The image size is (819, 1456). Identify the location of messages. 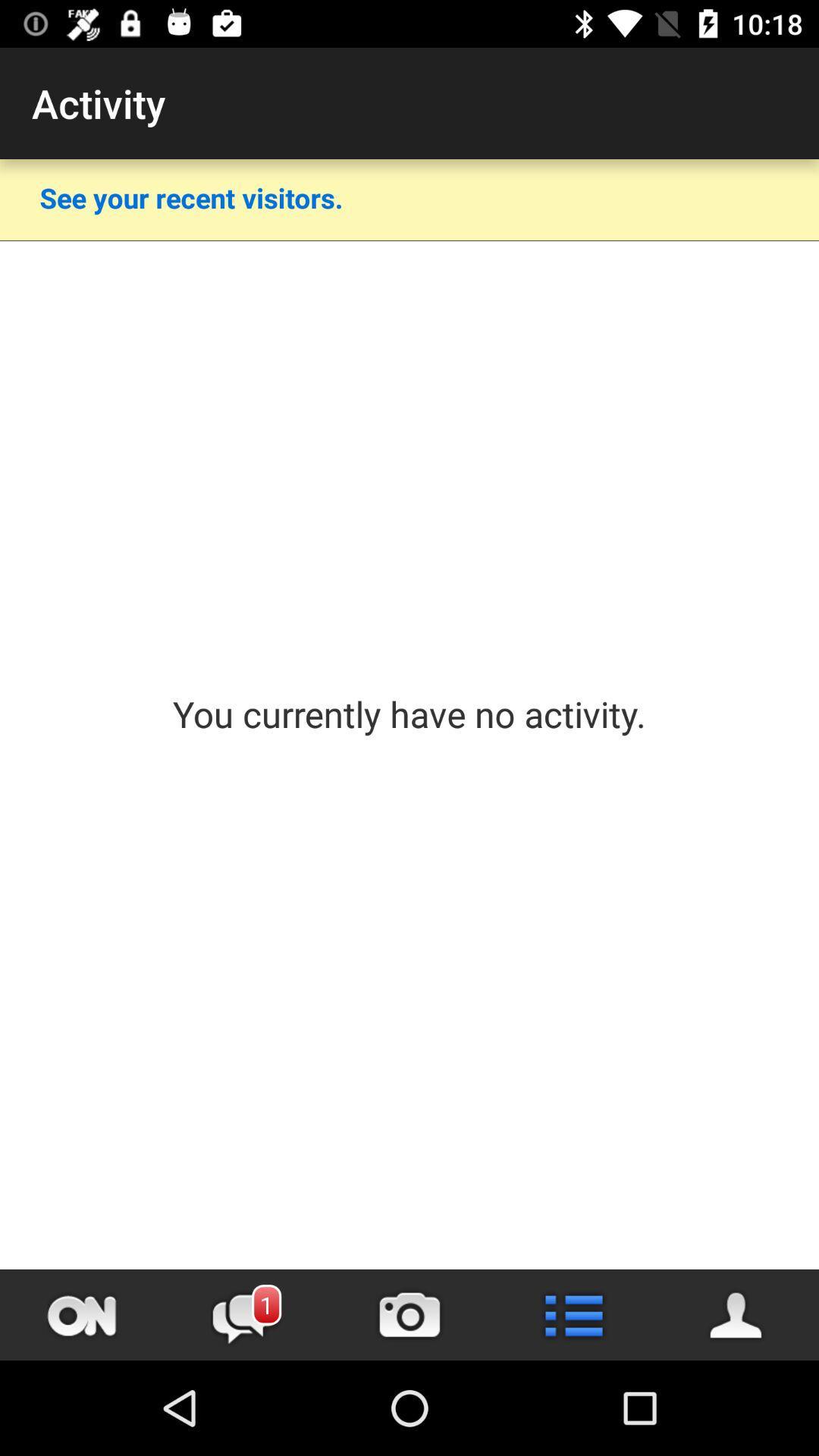
(245, 1314).